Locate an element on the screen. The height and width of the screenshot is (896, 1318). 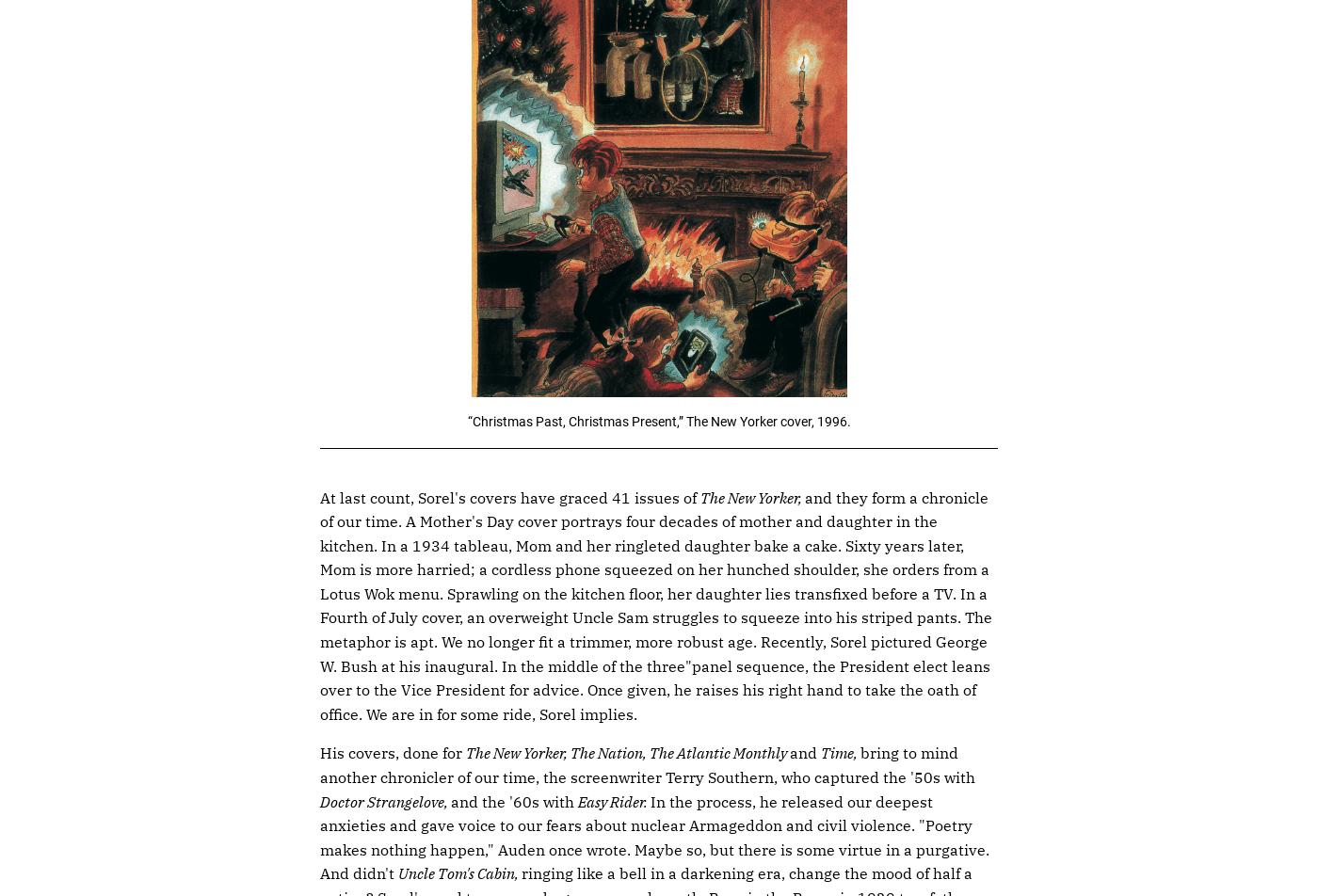
'Time,' is located at coordinates (841, 752).